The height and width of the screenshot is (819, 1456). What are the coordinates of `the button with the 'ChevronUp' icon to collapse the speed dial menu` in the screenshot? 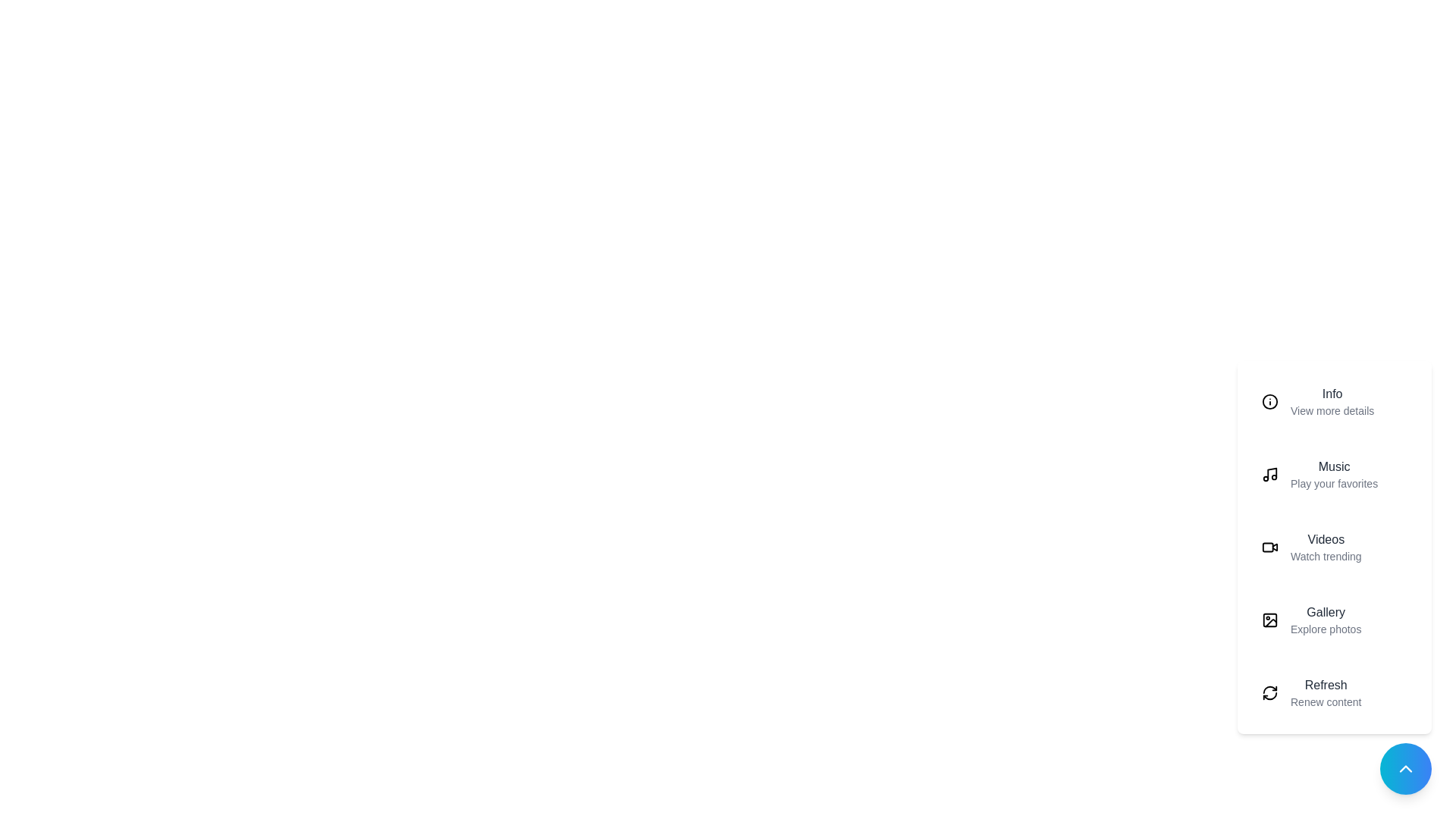 It's located at (1404, 769).